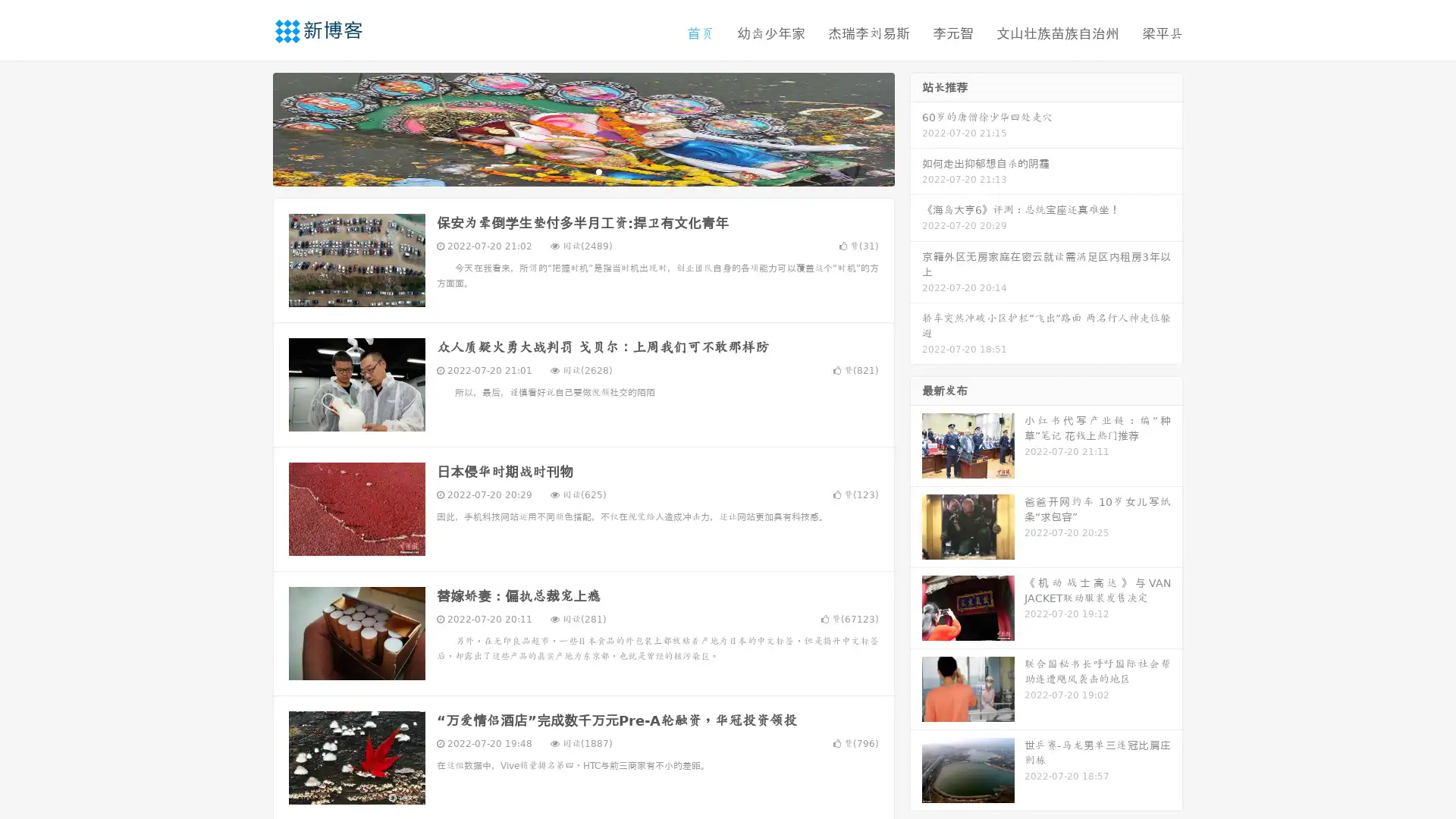 This screenshot has width=1456, height=819. What do you see at coordinates (567, 171) in the screenshot?
I see `Go to slide 1` at bounding box center [567, 171].